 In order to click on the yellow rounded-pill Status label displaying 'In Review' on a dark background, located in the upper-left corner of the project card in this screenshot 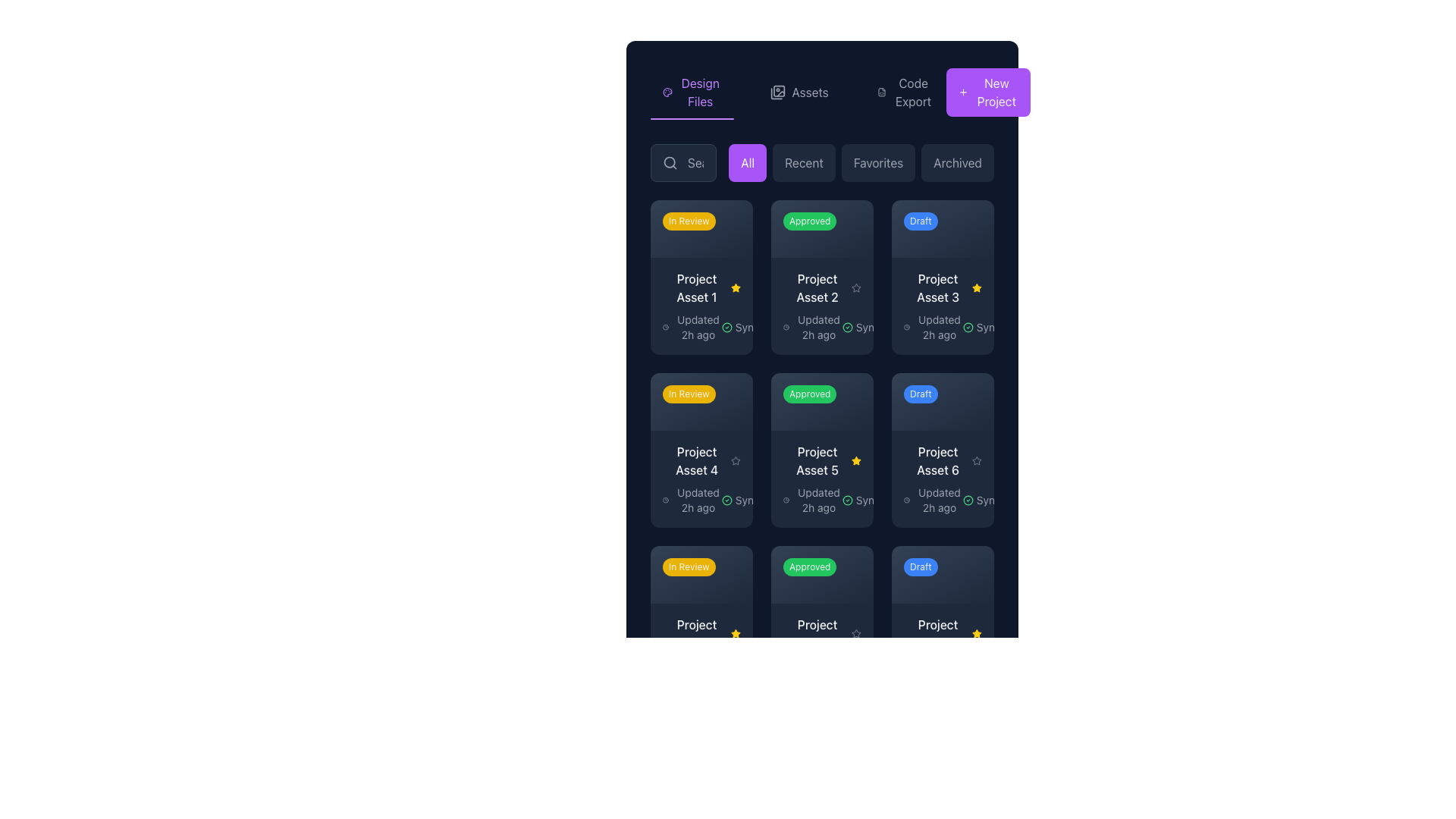, I will do `click(688, 393)`.